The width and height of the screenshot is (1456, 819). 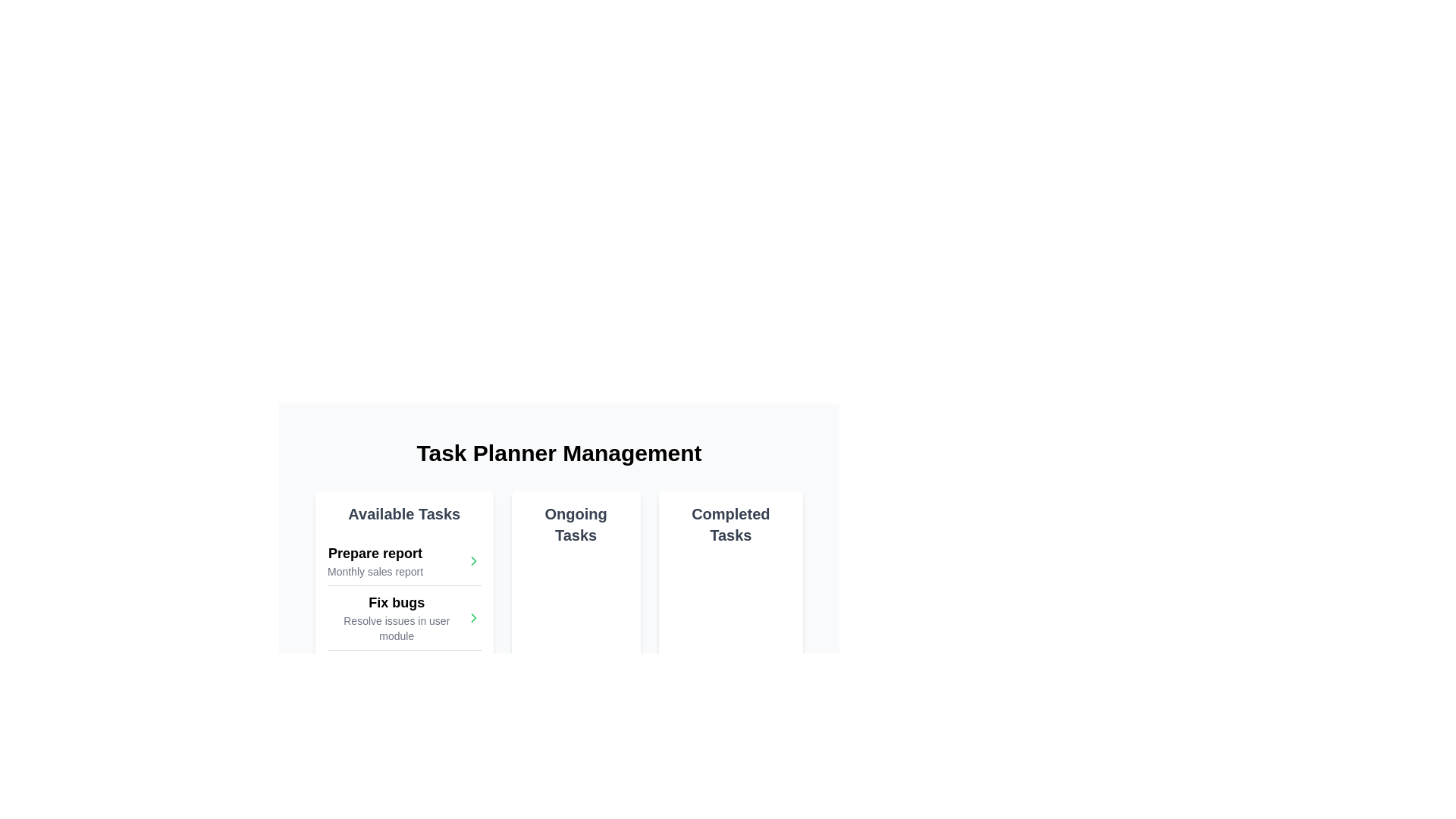 I want to click on the second list item representing the task 'Fix bugs', so click(x=404, y=617).